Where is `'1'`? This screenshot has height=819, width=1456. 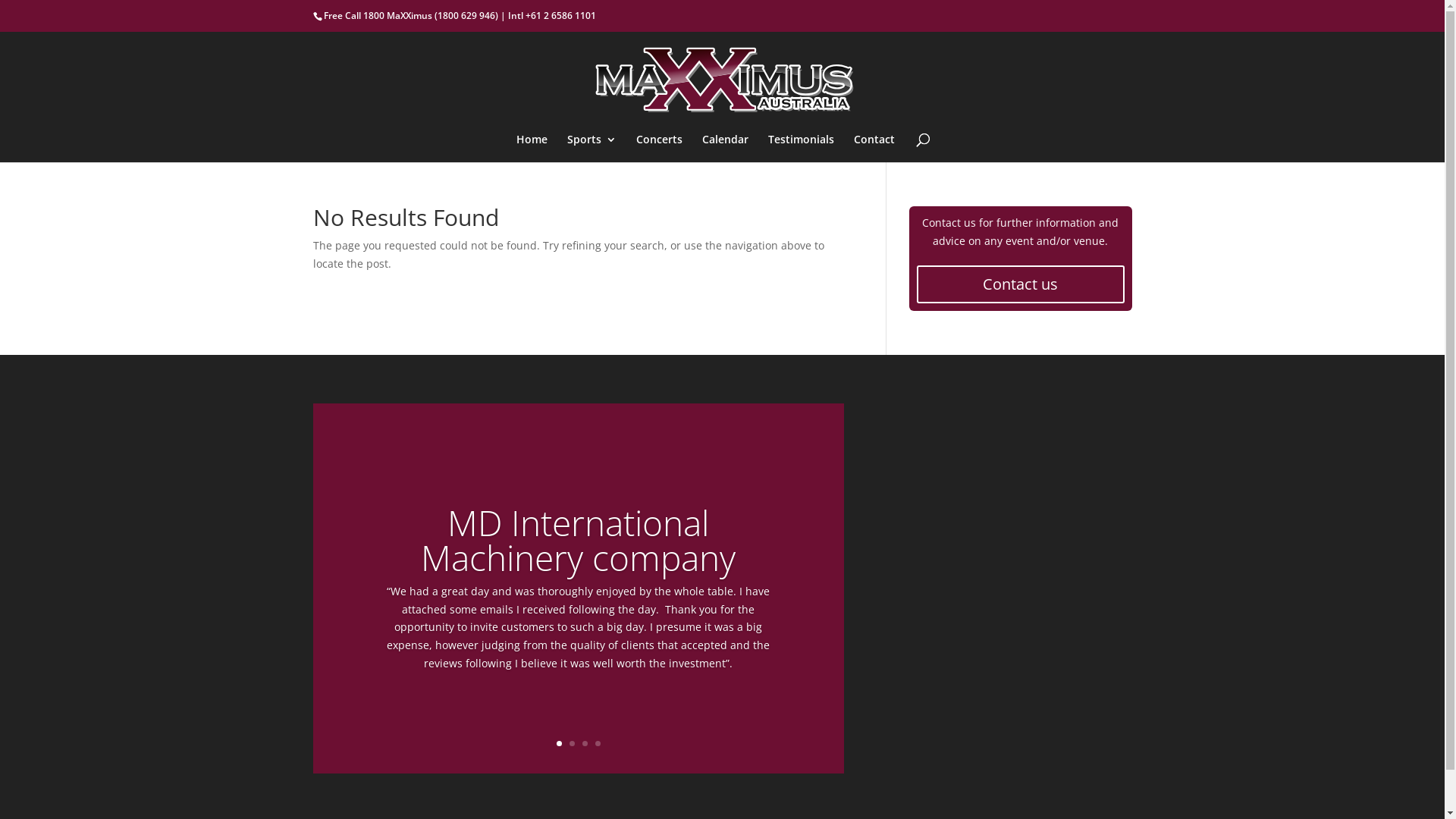
'1' is located at coordinates (556, 742).